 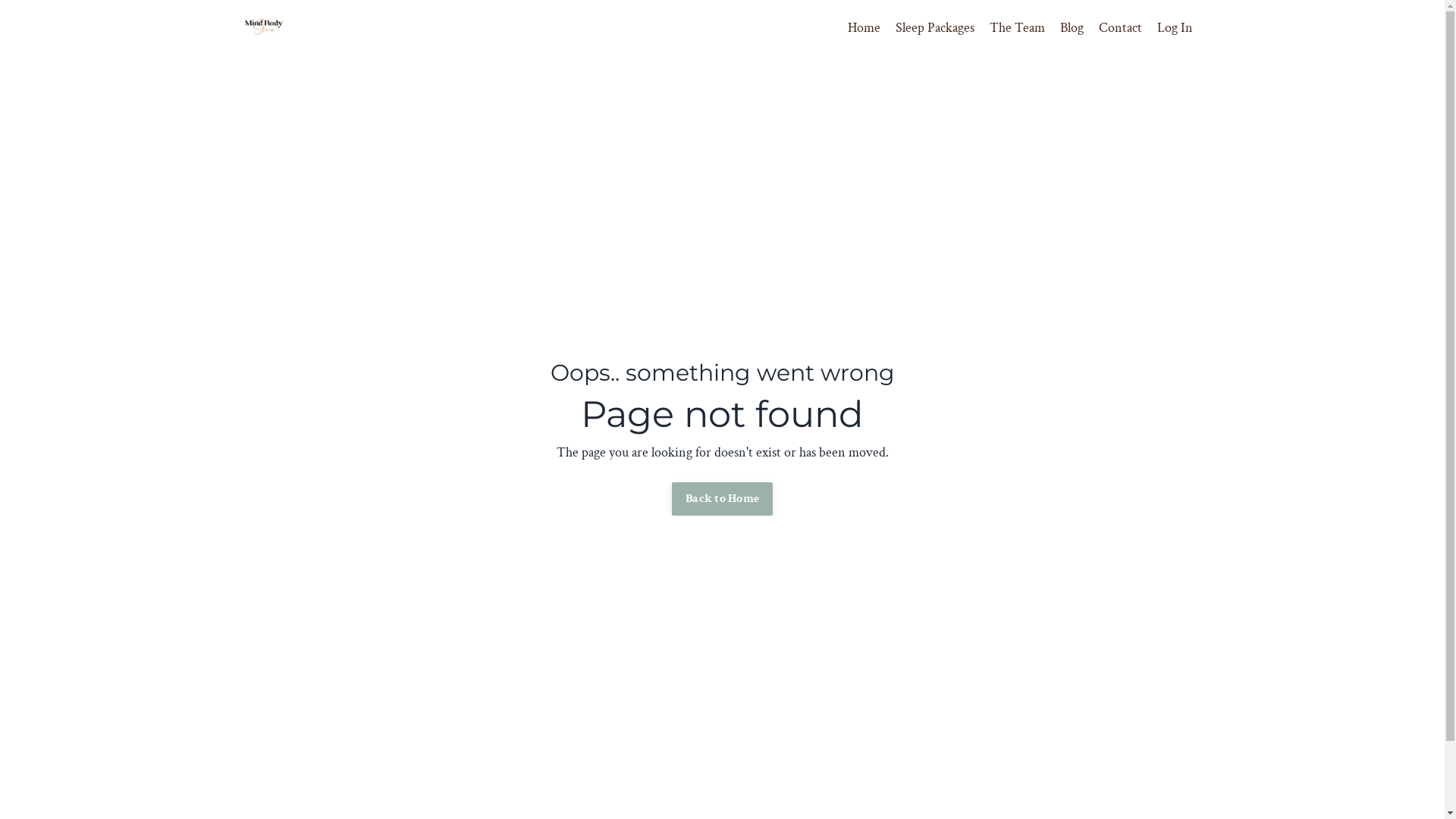 I want to click on 'Log In', so click(x=1156, y=27).